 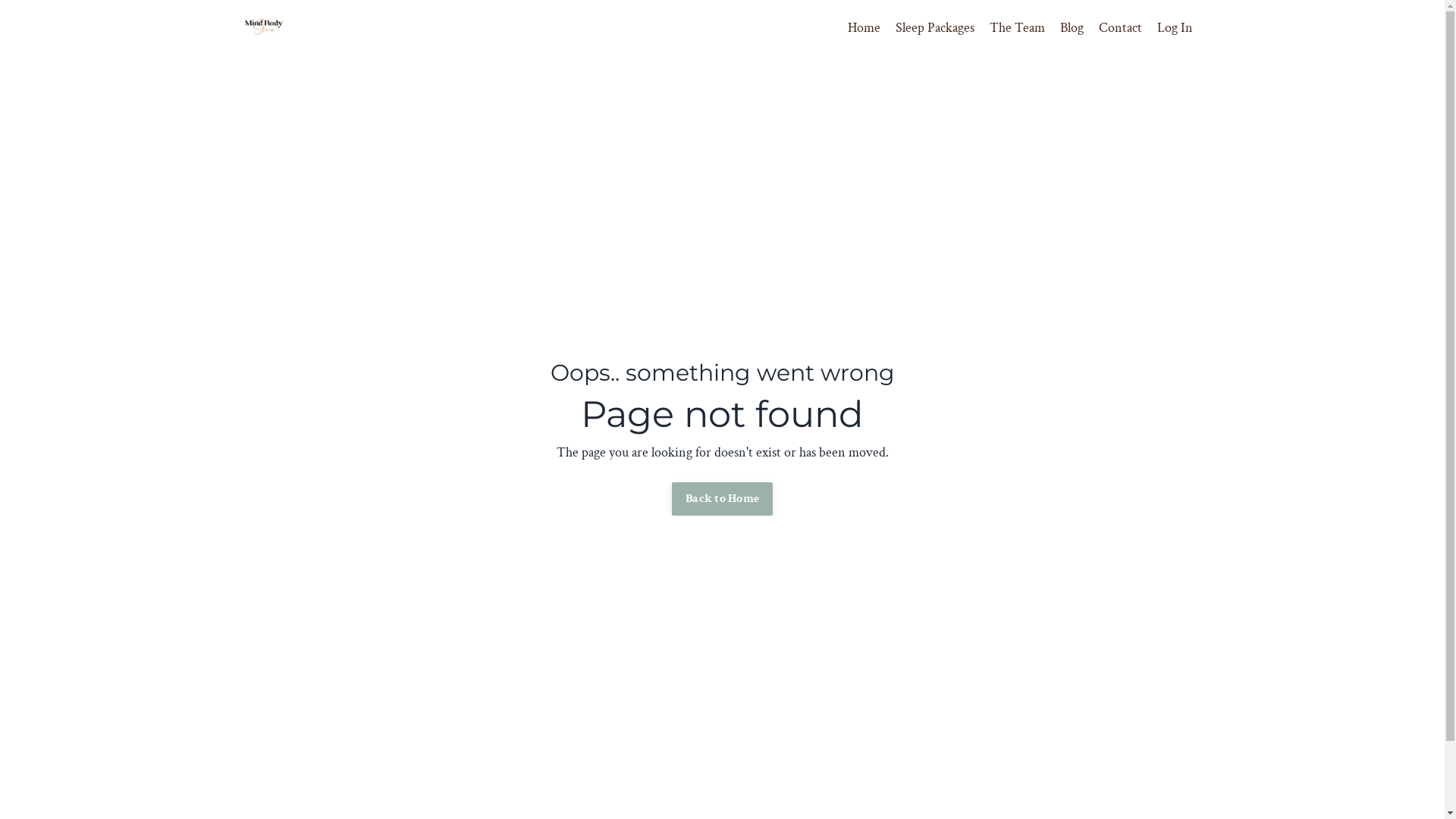 I want to click on 'Log In', so click(x=1156, y=27).